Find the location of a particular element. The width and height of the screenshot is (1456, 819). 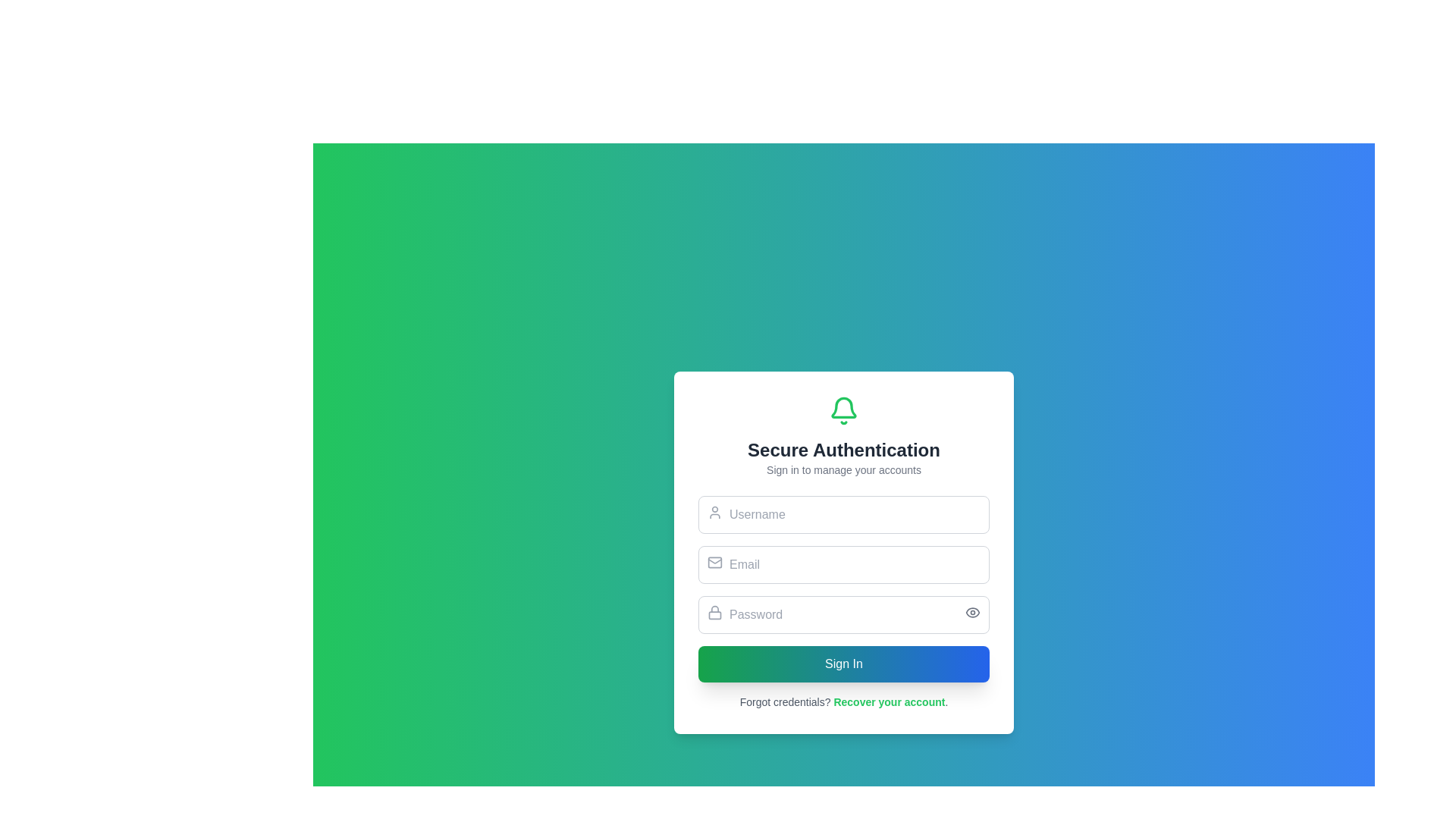

the minimalistic gray padlock icon located inside the password input field, adjacent to the 'Password' placeholder text is located at coordinates (714, 611).